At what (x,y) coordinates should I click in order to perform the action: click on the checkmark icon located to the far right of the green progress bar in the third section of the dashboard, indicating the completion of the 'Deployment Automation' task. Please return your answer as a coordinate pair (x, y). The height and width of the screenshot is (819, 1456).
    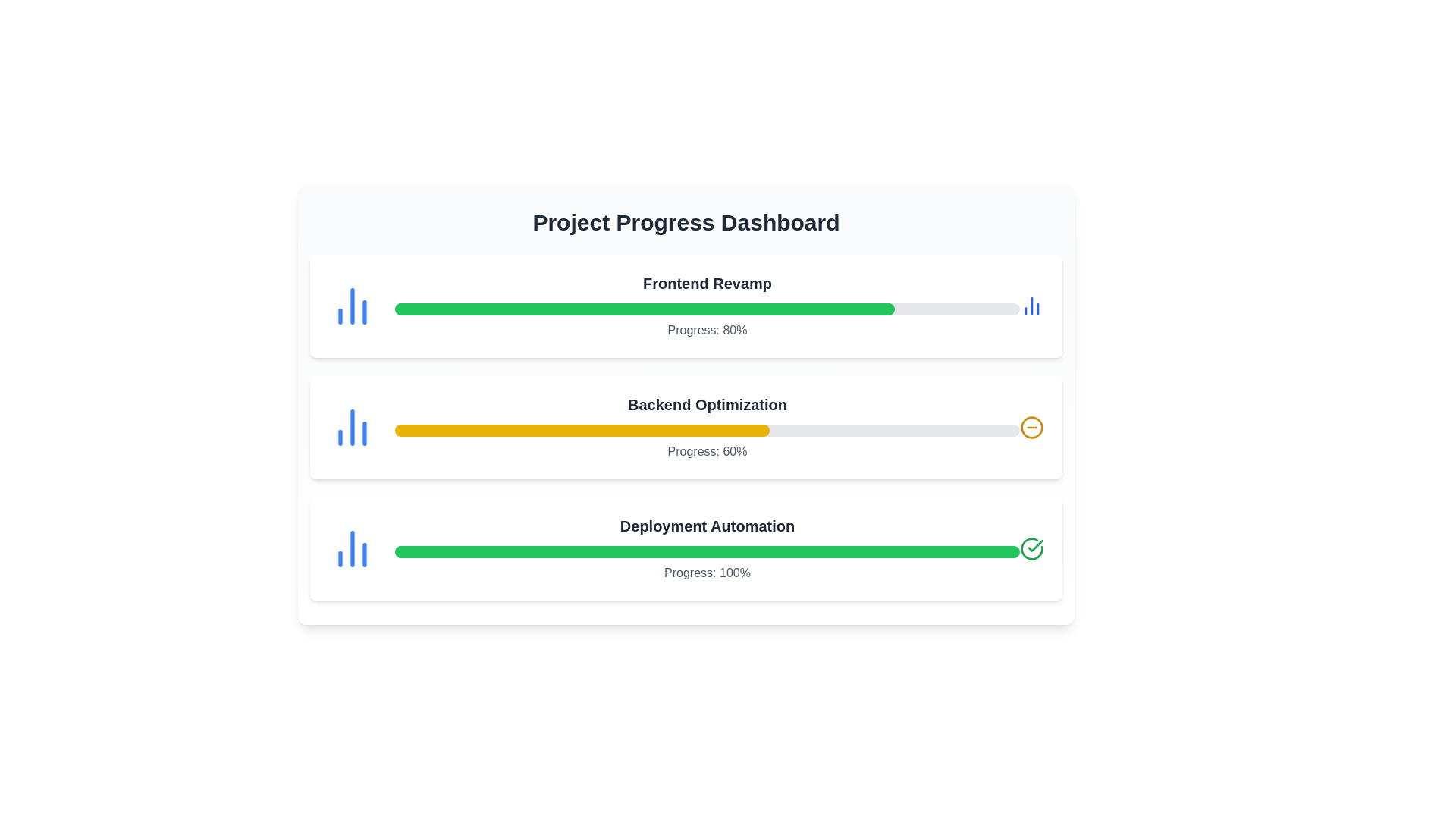
    Looking at the image, I should click on (1034, 546).